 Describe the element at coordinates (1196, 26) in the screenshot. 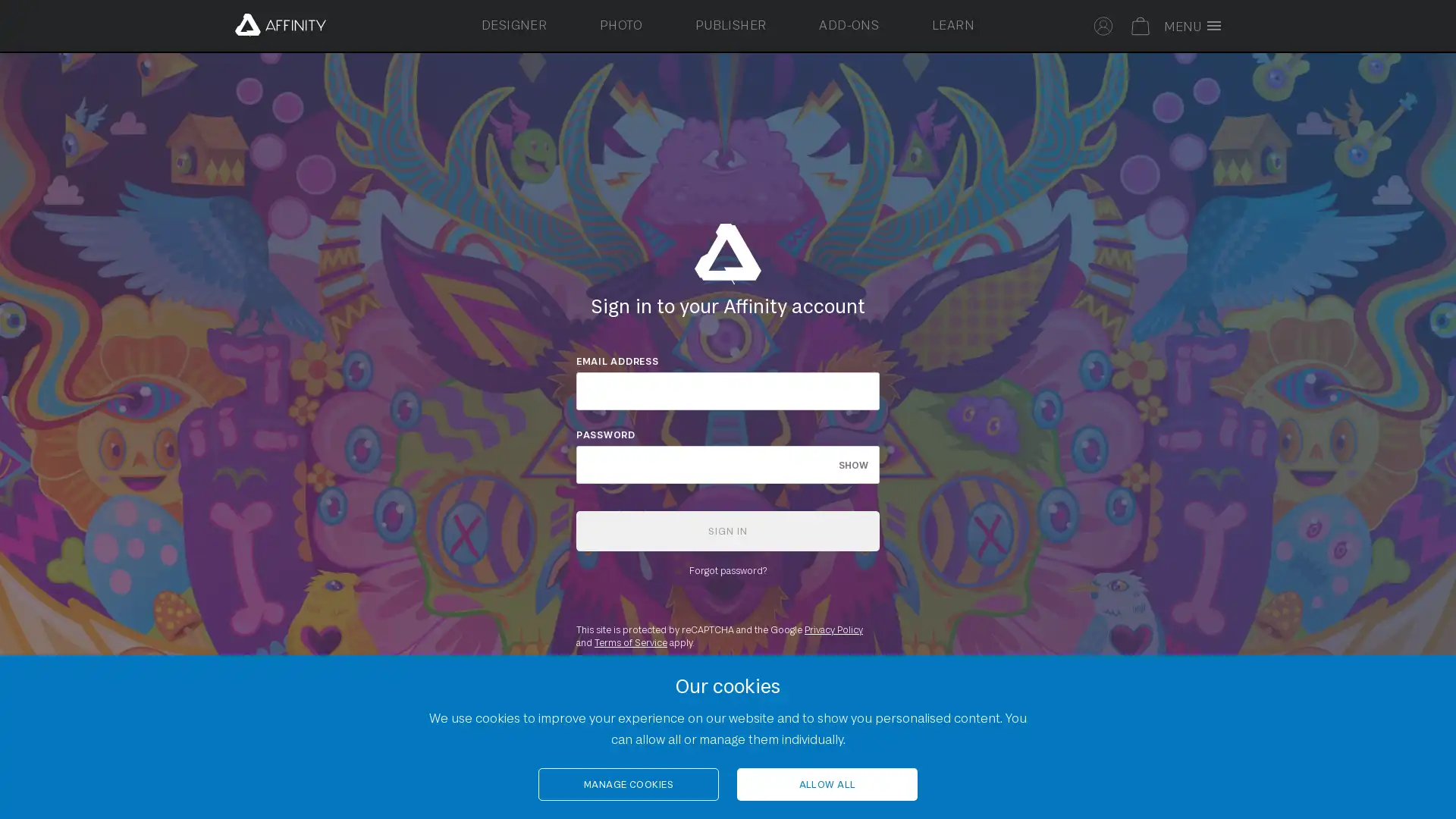

I see `Toggle full screen menu` at that location.